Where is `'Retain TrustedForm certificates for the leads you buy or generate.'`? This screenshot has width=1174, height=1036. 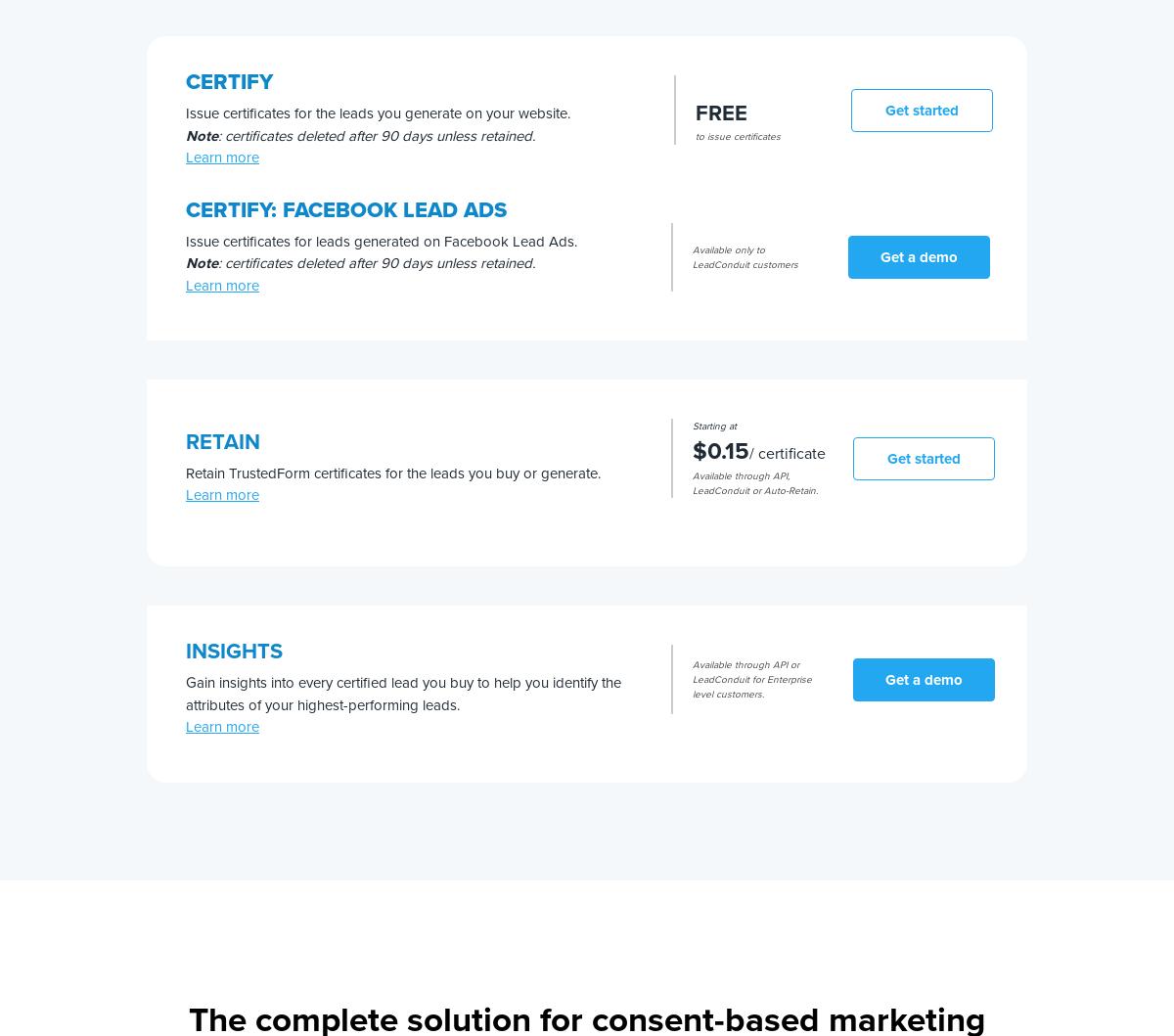
'Retain TrustedForm certificates for the leads you buy or generate.' is located at coordinates (184, 471).